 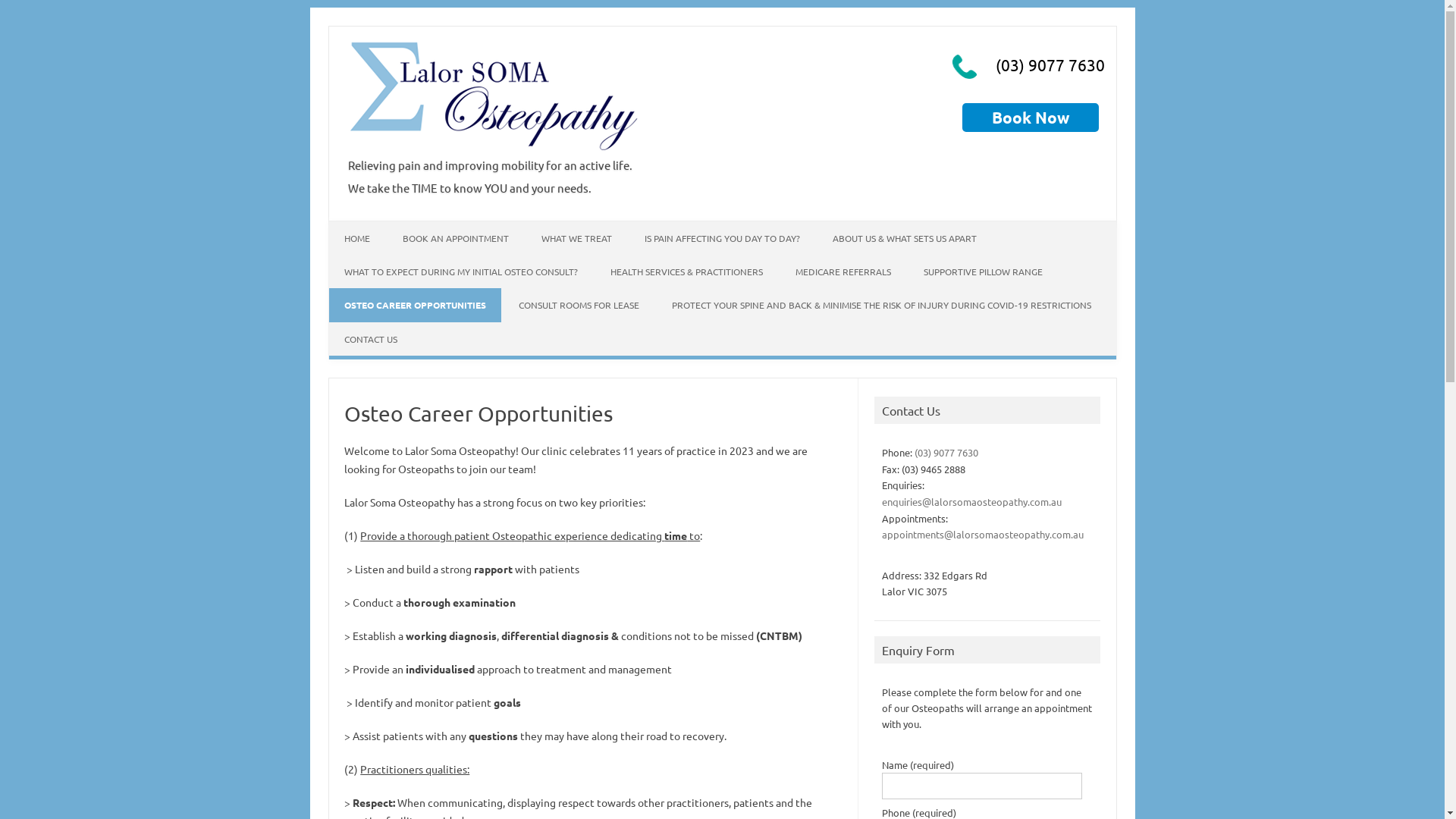 What do you see at coordinates (905, 237) in the screenshot?
I see `'ABOUT US & WHAT SETS US APART'` at bounding box center [905, 237].